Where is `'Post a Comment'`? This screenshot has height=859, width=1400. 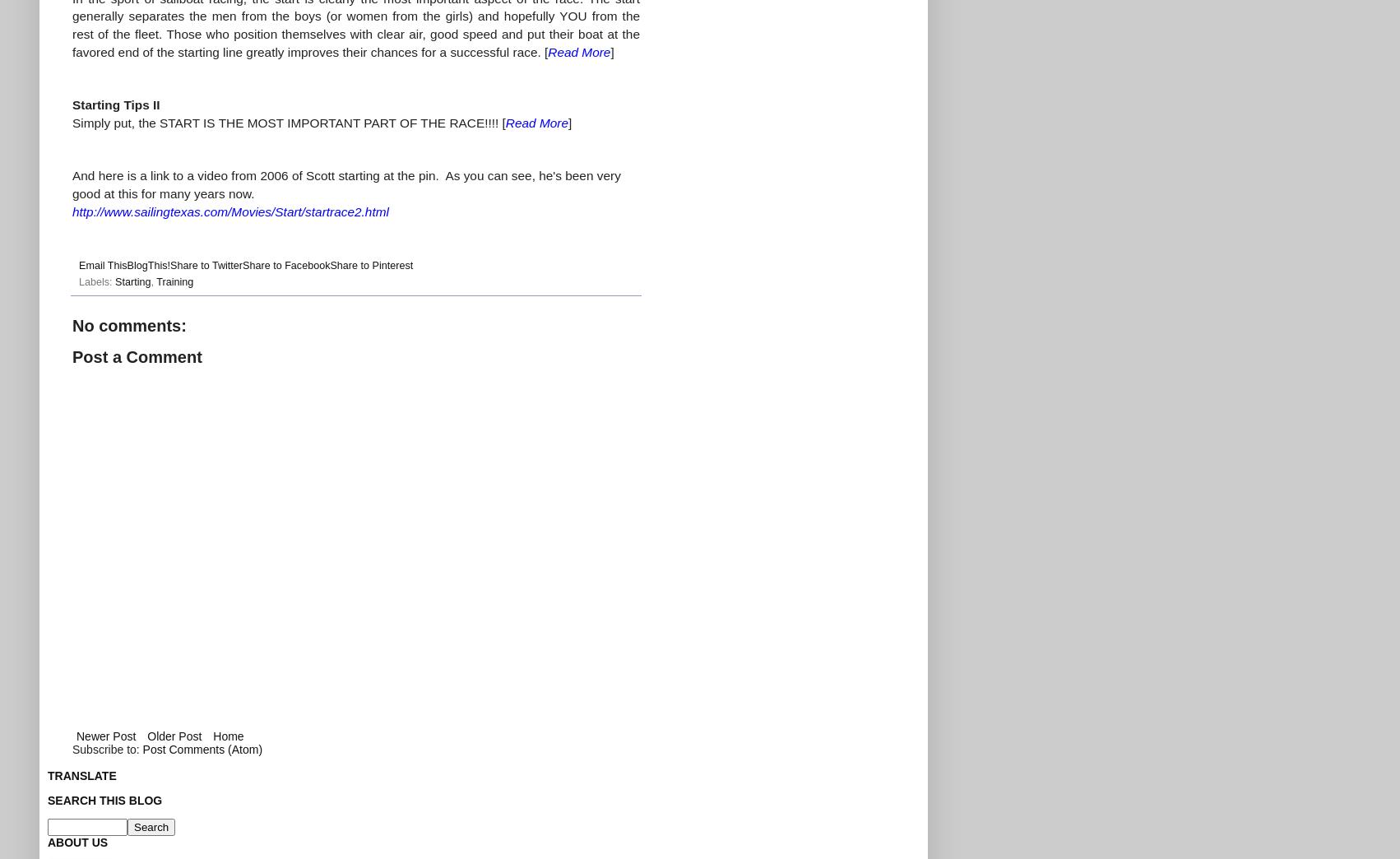
'Post a Comment' is located at coordinates (136, 355).